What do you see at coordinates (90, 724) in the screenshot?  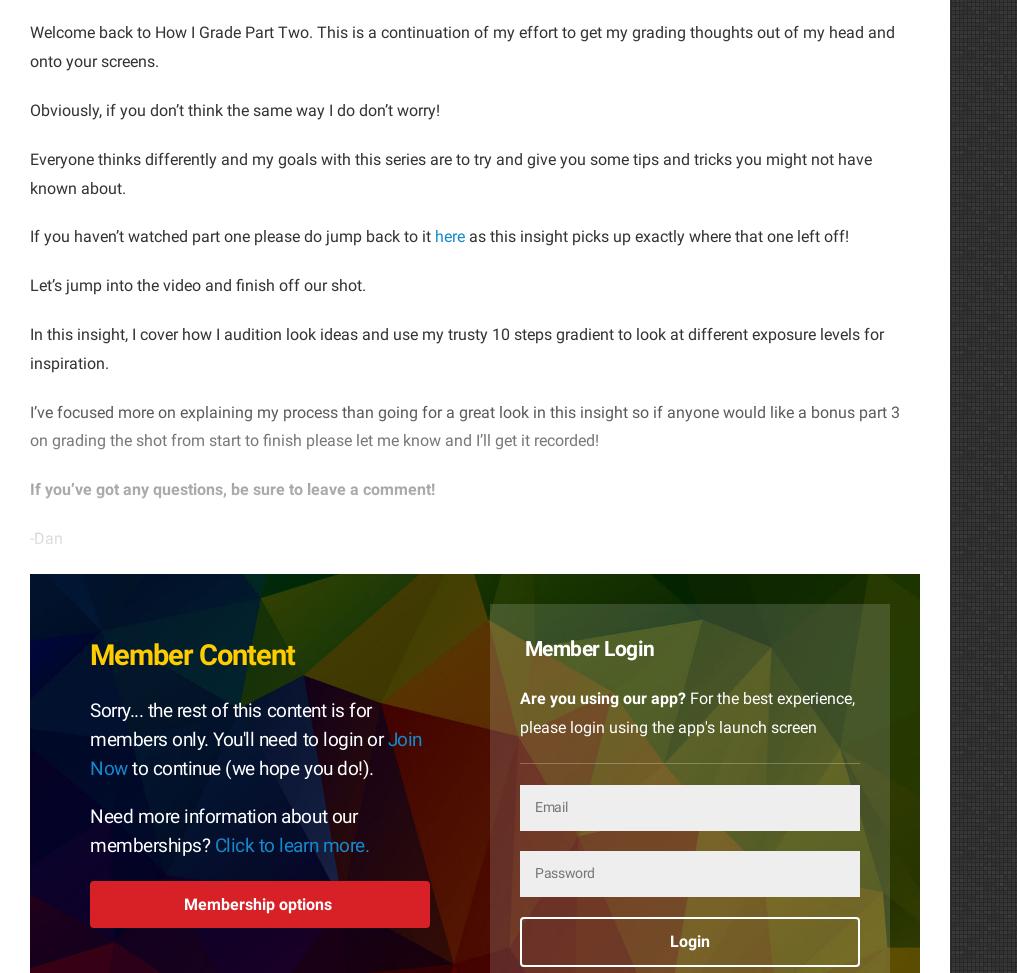 I see `'Sorry... the rest of this content is for members only. You'll need to login or'` at bounding box center [90, 724].